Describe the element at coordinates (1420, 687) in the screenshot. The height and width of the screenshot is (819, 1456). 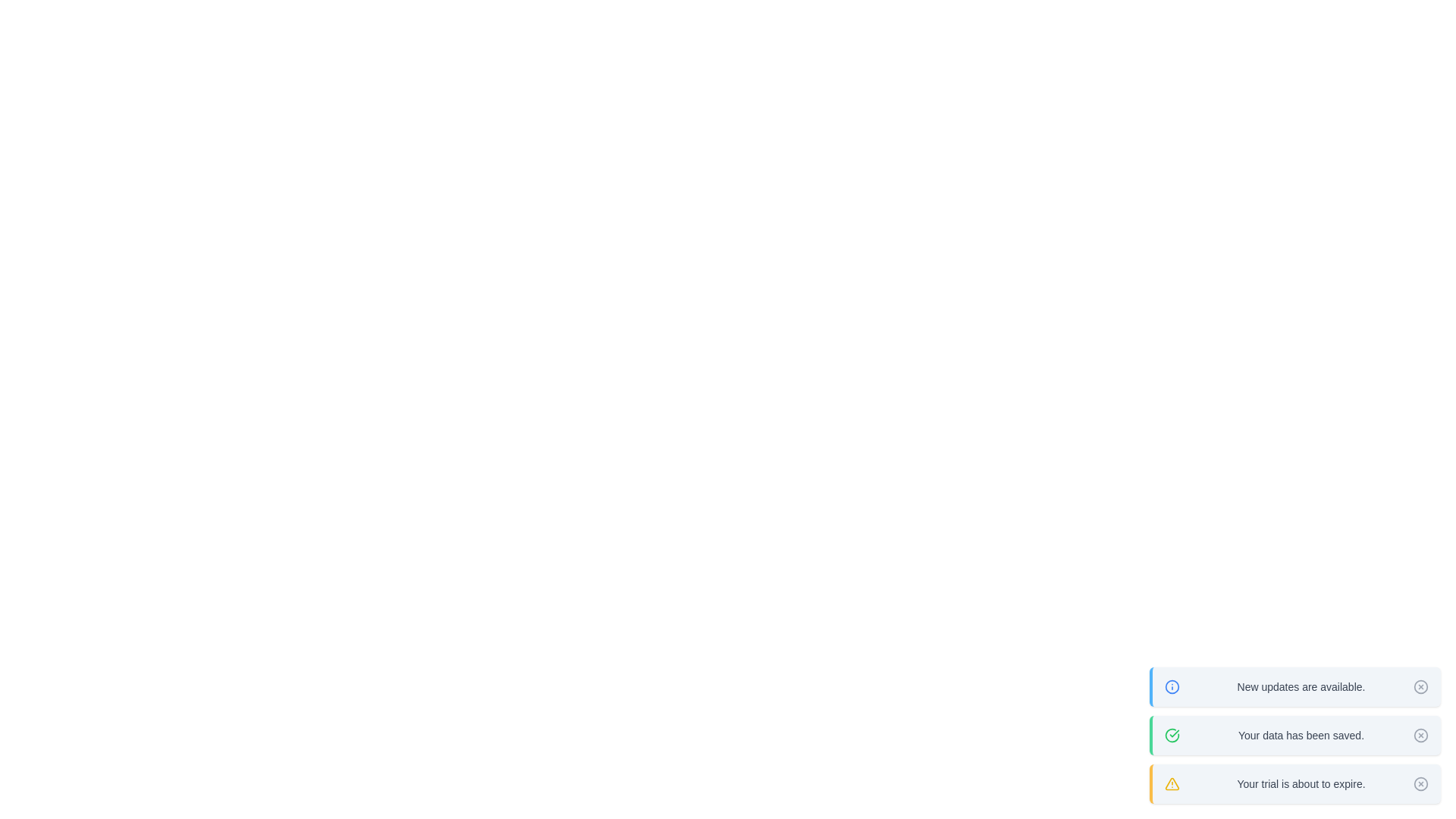
I see `the small circular gray button with a red hover effect and an 'X' icon in the top-right corner of the notification card` at that location.